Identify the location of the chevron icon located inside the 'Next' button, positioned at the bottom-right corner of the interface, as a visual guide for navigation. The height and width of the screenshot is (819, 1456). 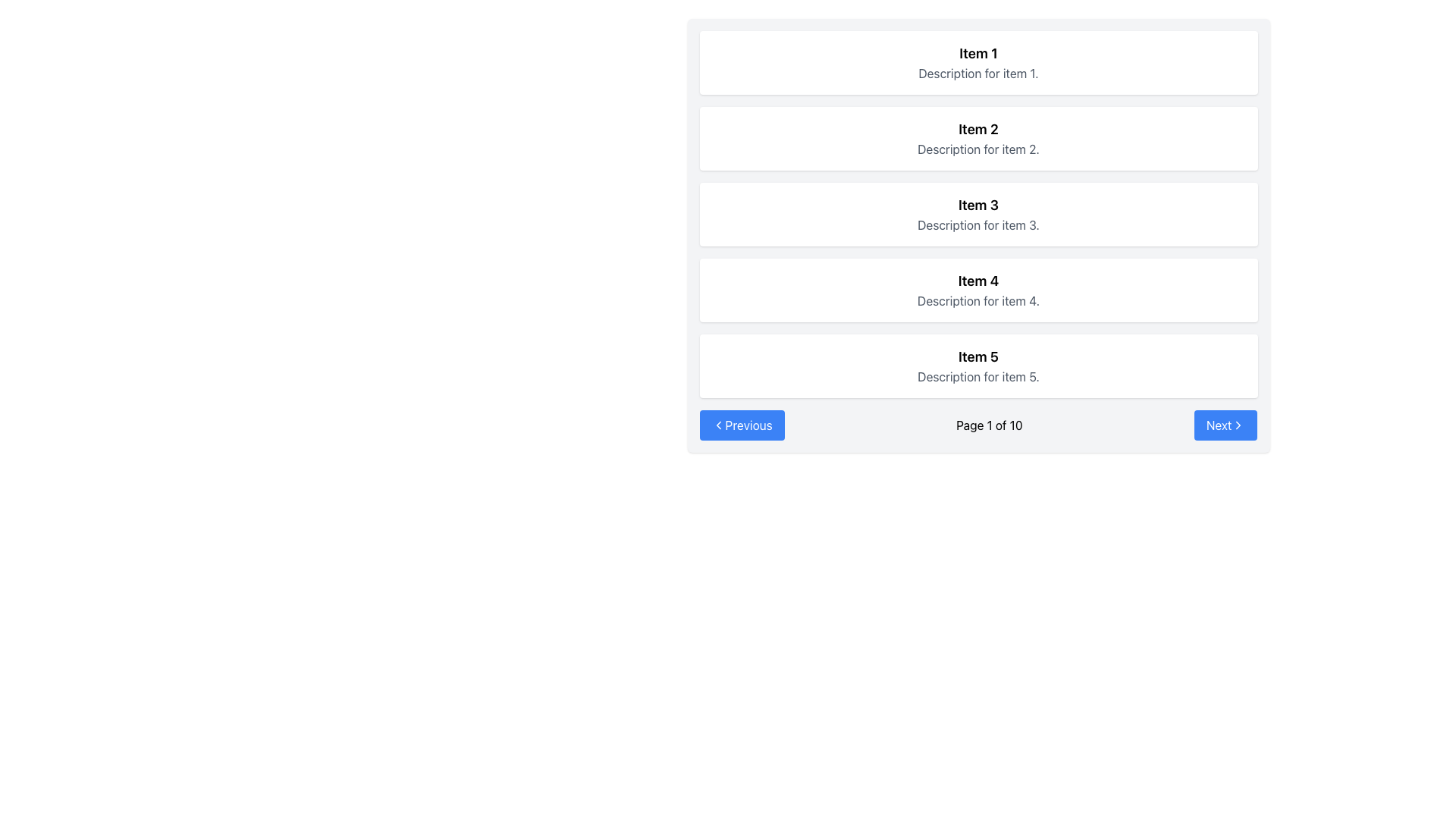
(1238, 425).